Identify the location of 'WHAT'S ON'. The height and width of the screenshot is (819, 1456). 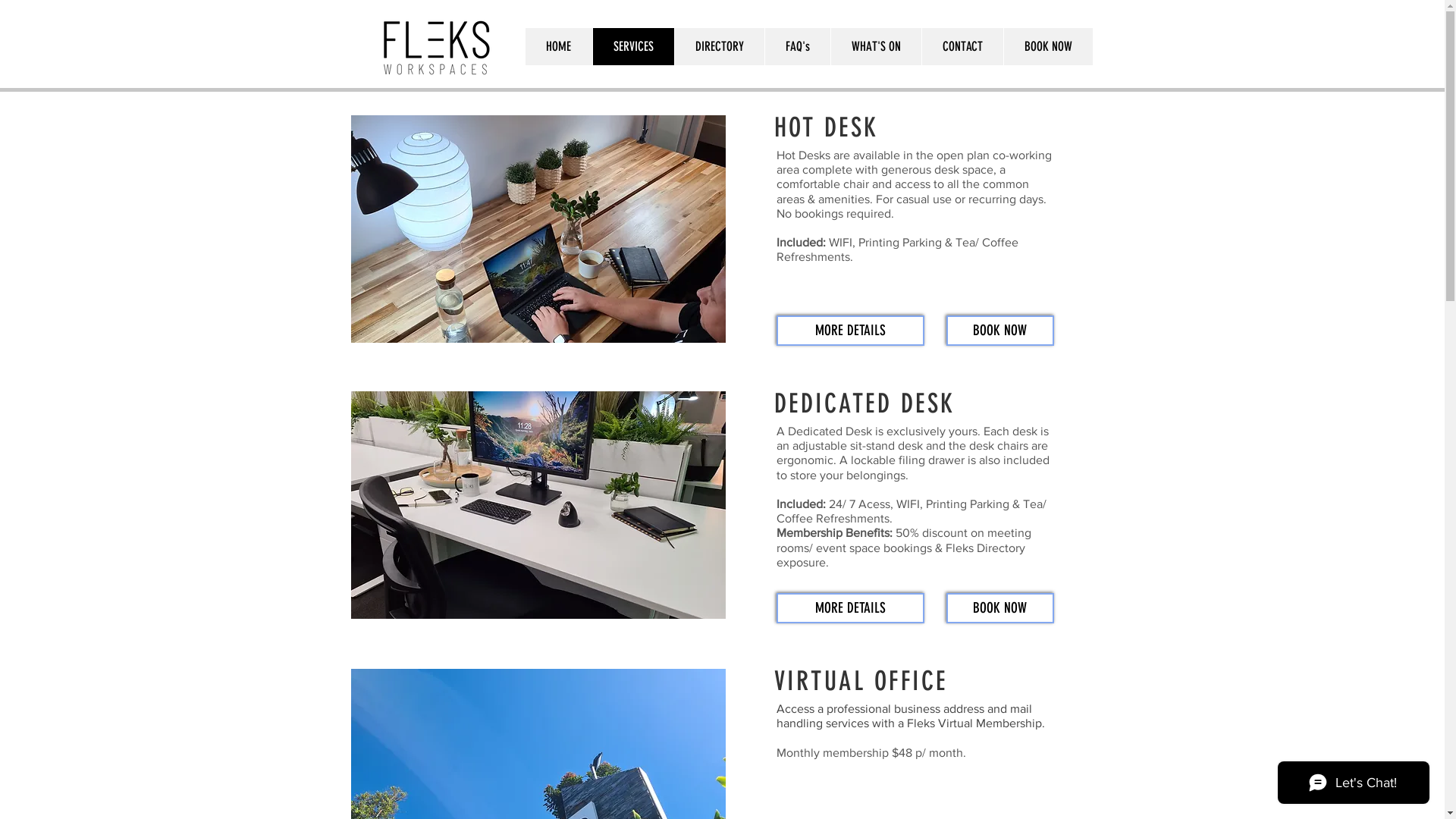
(874, 45).